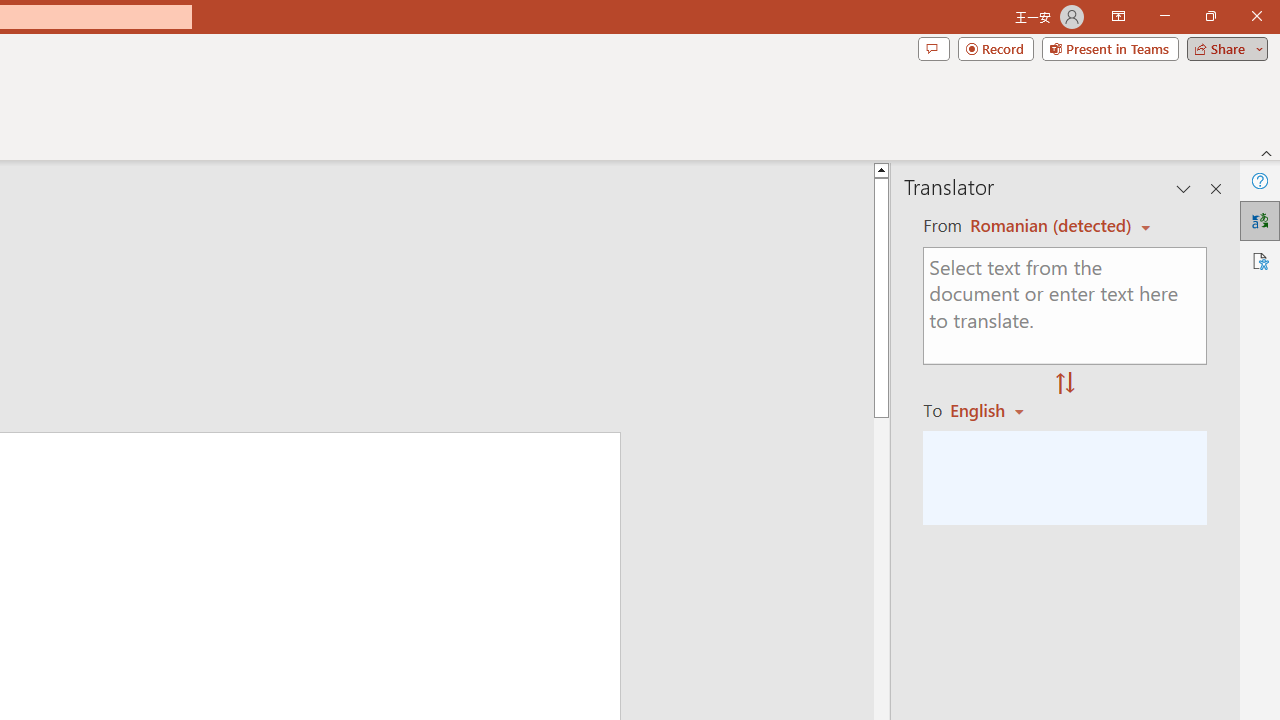 This screenshot has width=1280, height=720. Describe the element at coordinates (1117, 16) in the screenshot. I see `'Ribbon Display Options'` at that location.